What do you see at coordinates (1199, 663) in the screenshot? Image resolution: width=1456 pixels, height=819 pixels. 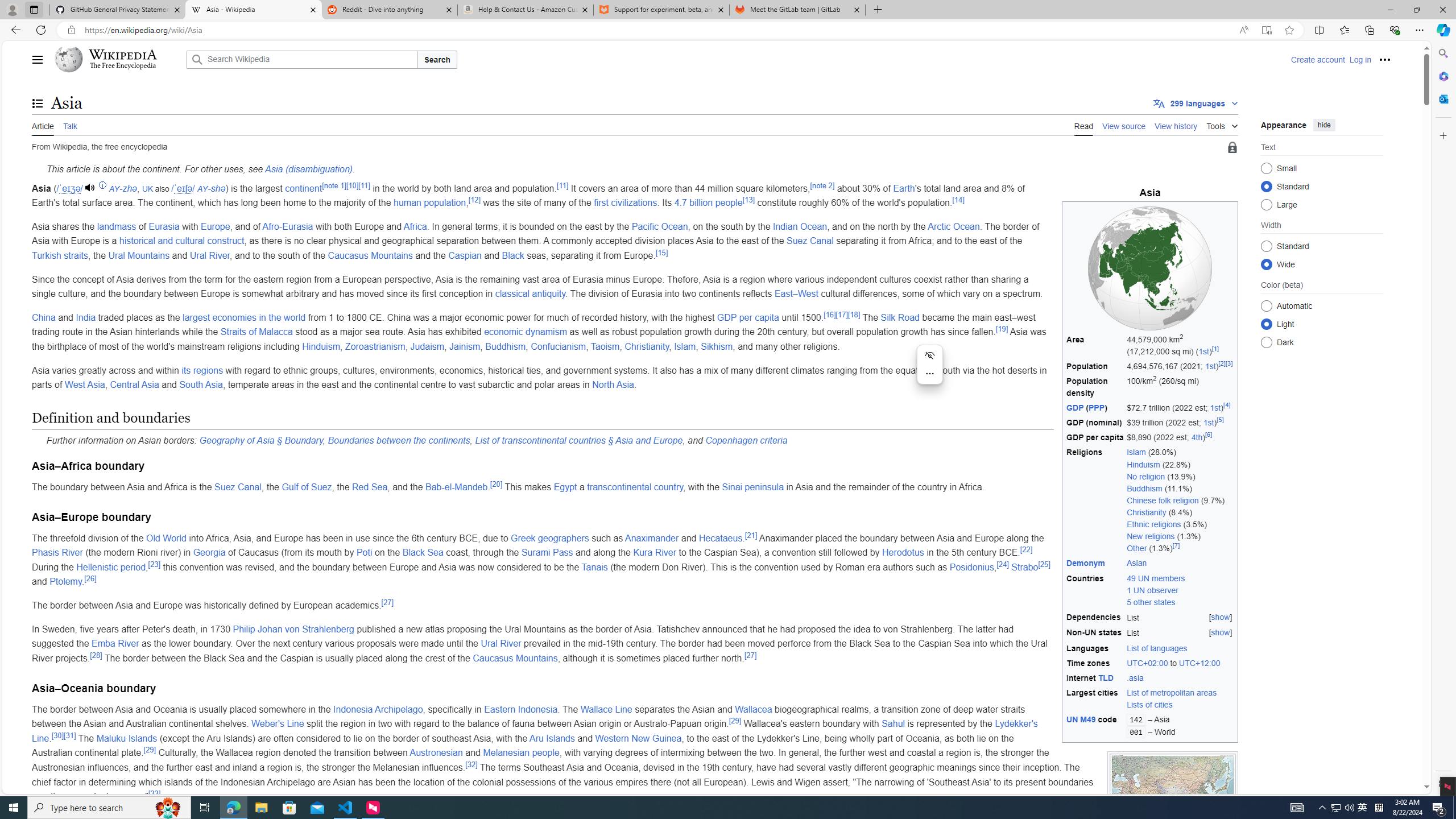 I see `'UTC+12:00'` at bounding box center [1199, 663].